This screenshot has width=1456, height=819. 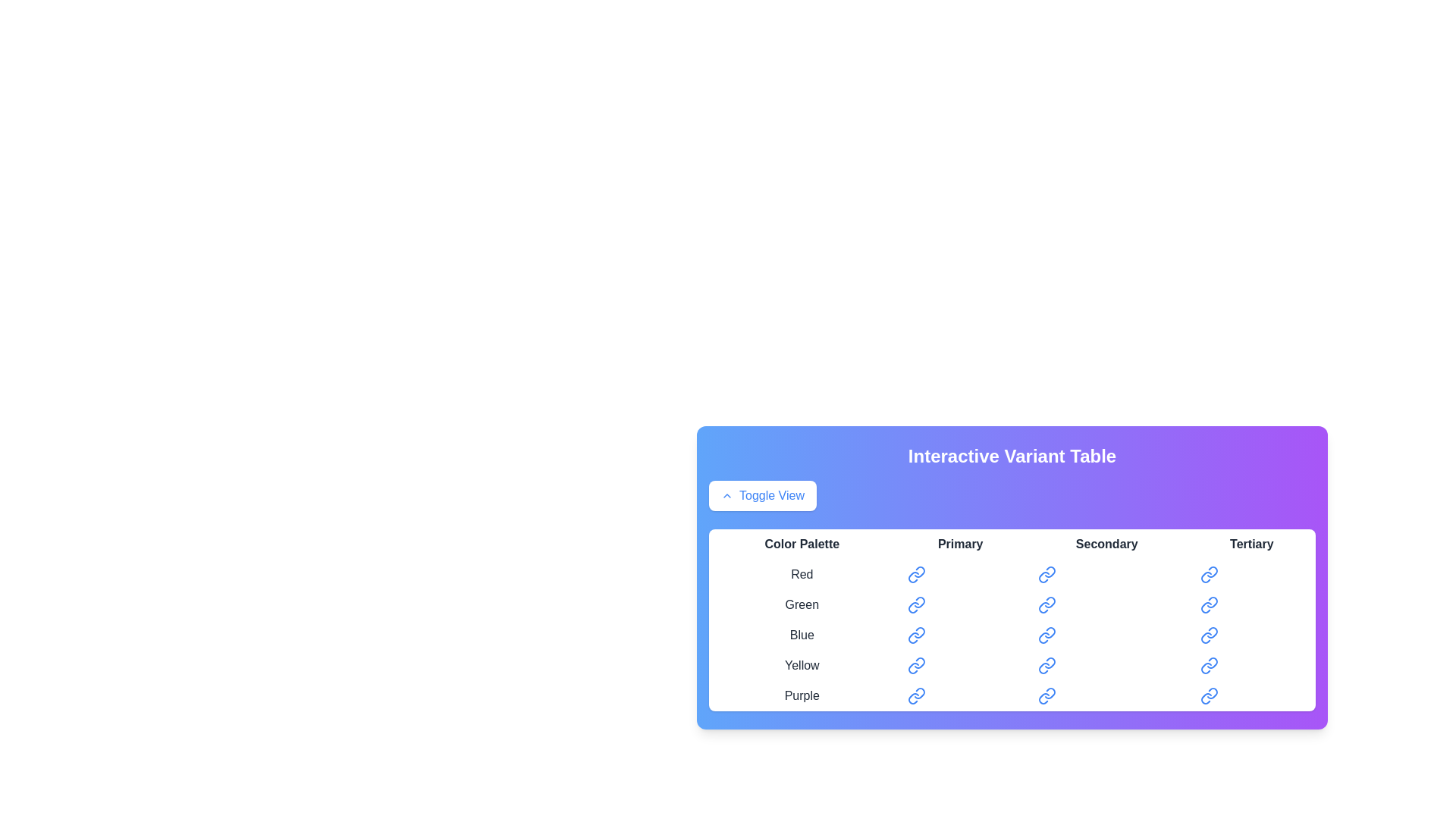 What do you see at coordinates (1012, 578) in the screenshot?
I see `the interactive elements within the 'Interactive Variant Table' component, which is a table-like structure with a gradient background located in the middle-right section of the UI` at bounding box center [1012, 578].